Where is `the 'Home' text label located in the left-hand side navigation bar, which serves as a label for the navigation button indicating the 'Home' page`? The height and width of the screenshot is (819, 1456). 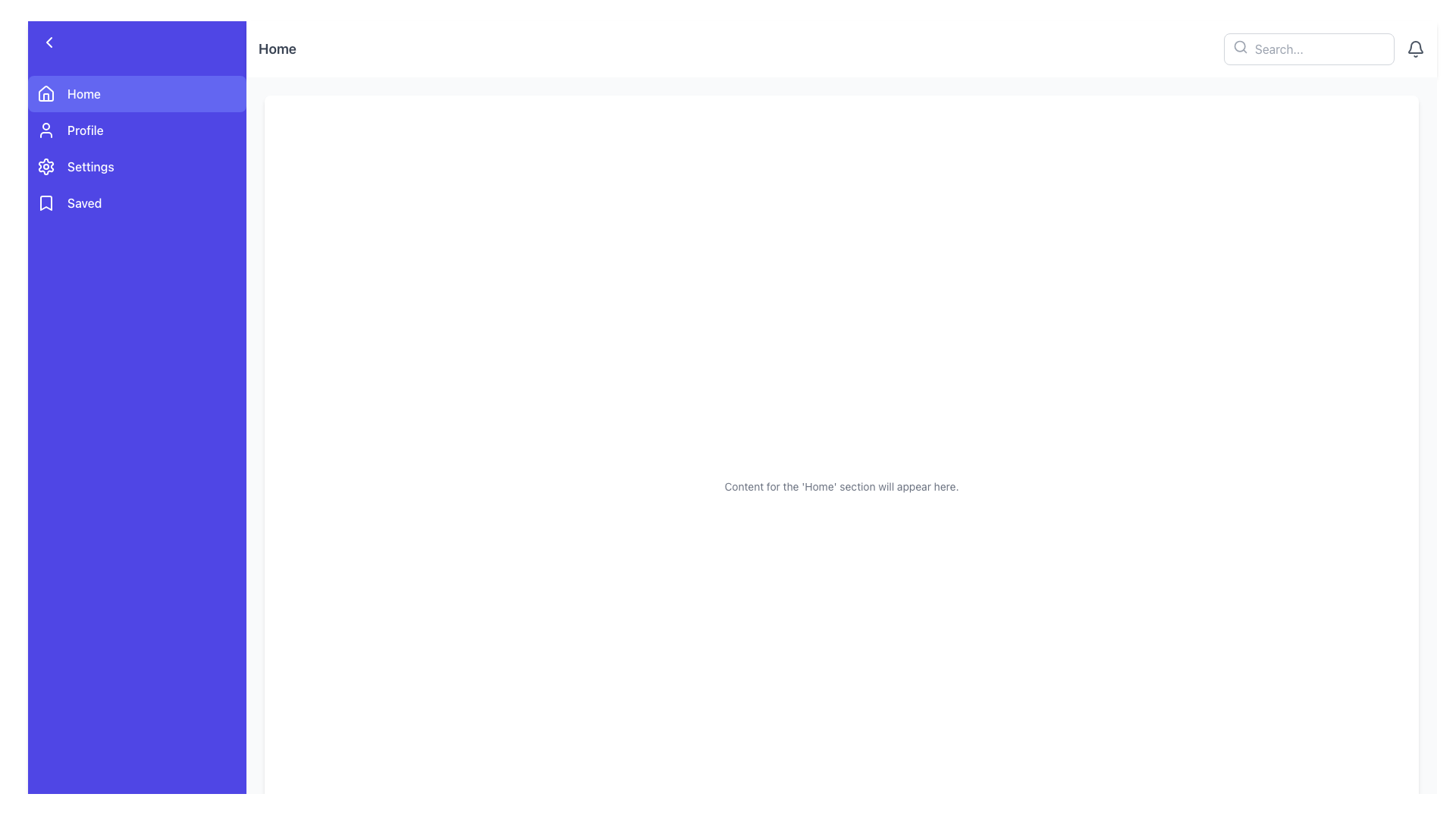 the 'Home' text label located in the left-hand side navigation bar, which serves as a label for the navigation button indicating the 'Home' page is located at coordinates (83, 93).